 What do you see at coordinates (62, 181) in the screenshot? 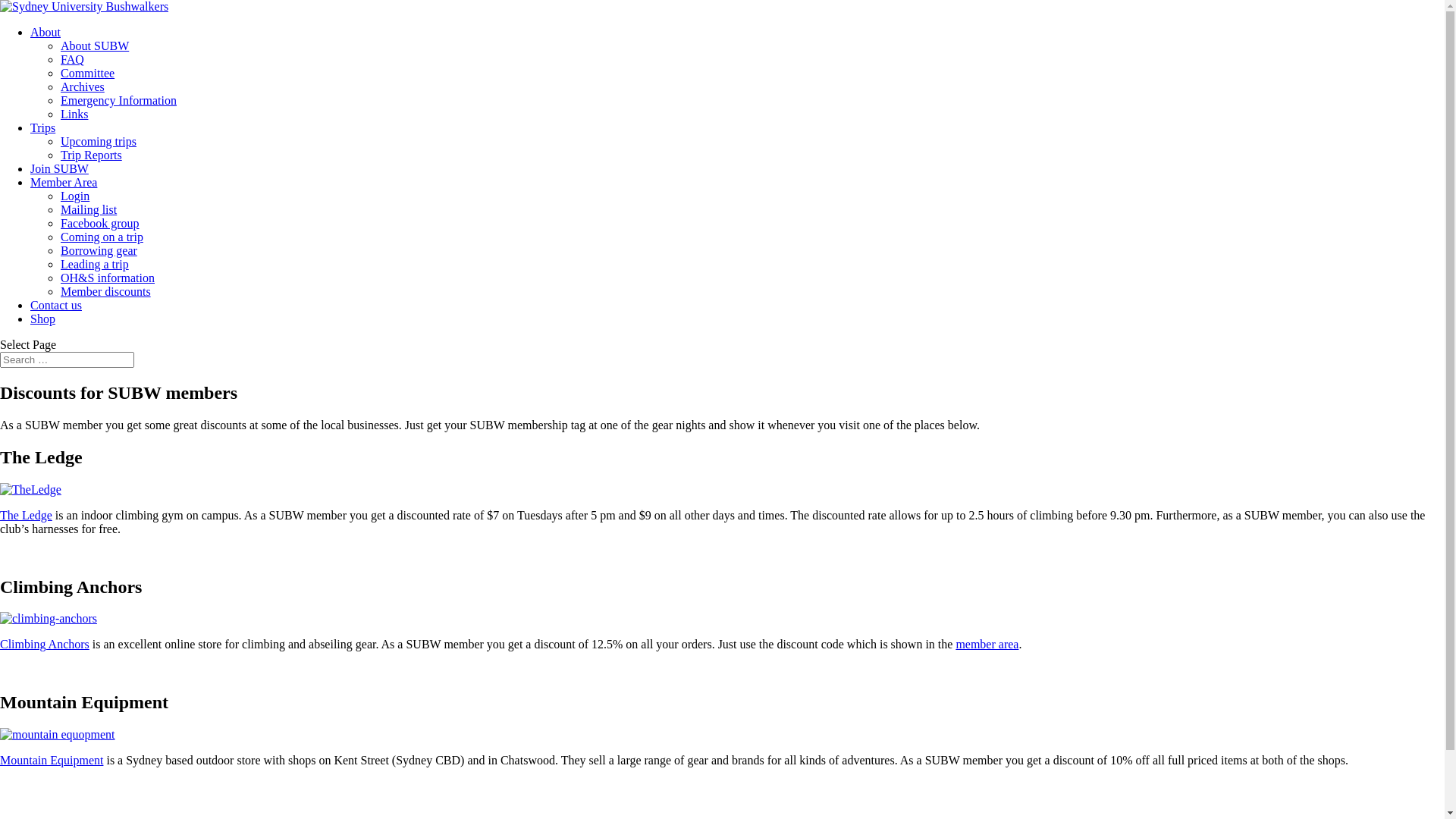
I see `'Member Area'` at bounding box center [62, 181].